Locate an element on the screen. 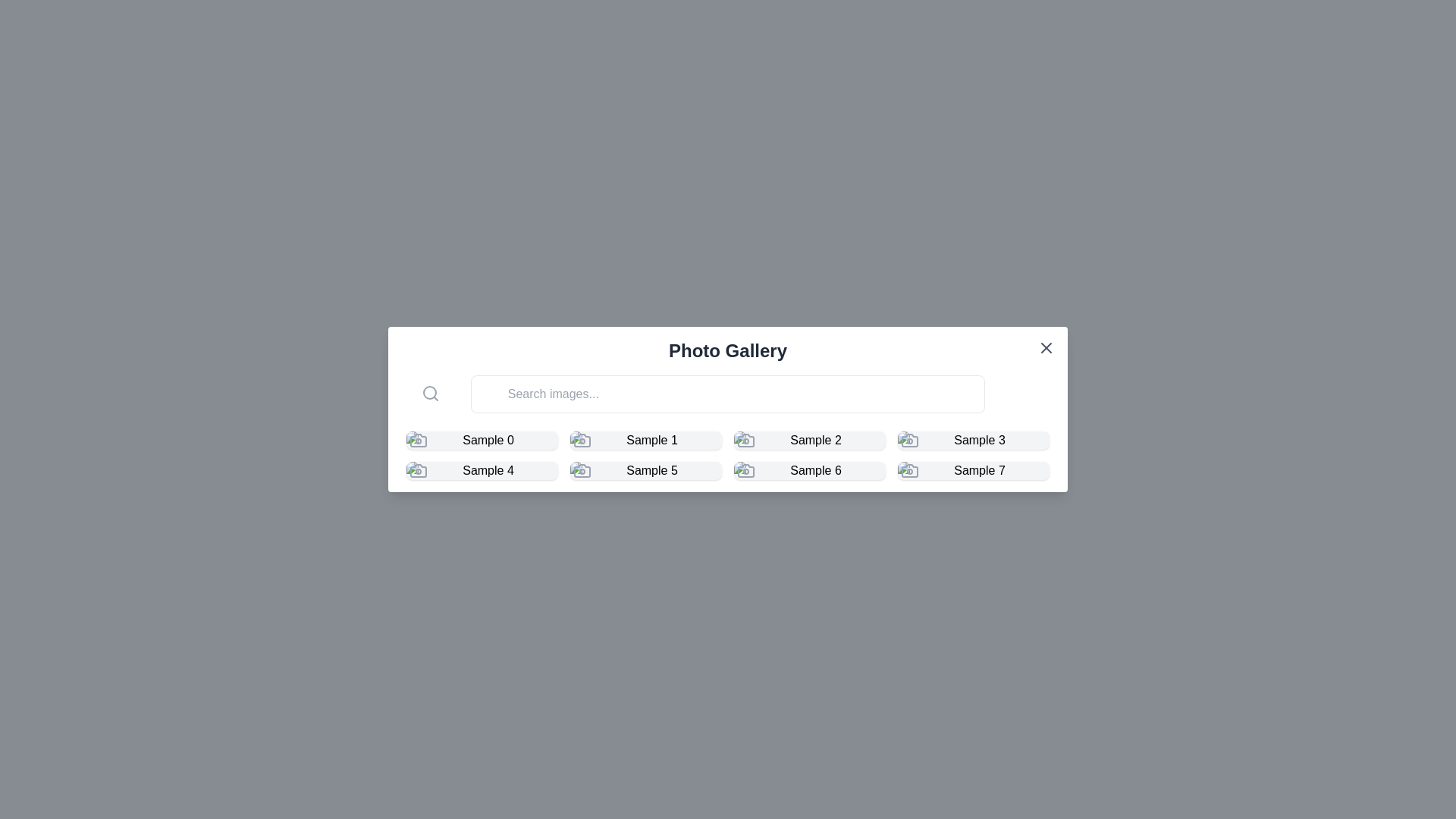 The height and width of the screenshot is (819, 1456). the fourth image card in the photo gallery located at the bottom right corner of the top row is located at coordinates (973, 441).